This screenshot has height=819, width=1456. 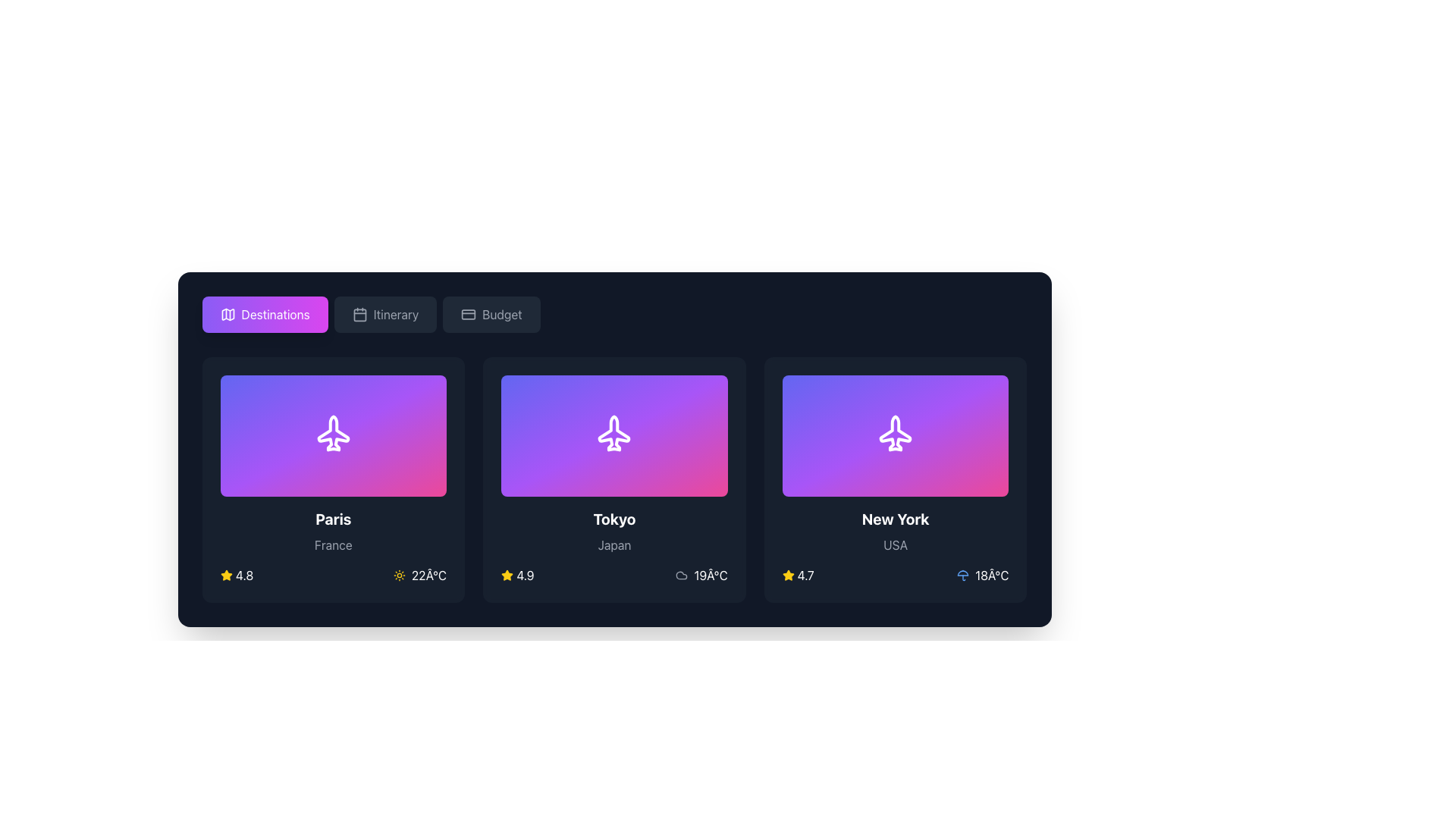 What do you see at coordinates (614, 519) in the screenshot?
I see `text content of the bold, large, white font label displaying 'Tokyo', which is centered below an airplane icon and above the text 'Japan', located in the second card of a group of three cards` at bounding box center [614, 519].